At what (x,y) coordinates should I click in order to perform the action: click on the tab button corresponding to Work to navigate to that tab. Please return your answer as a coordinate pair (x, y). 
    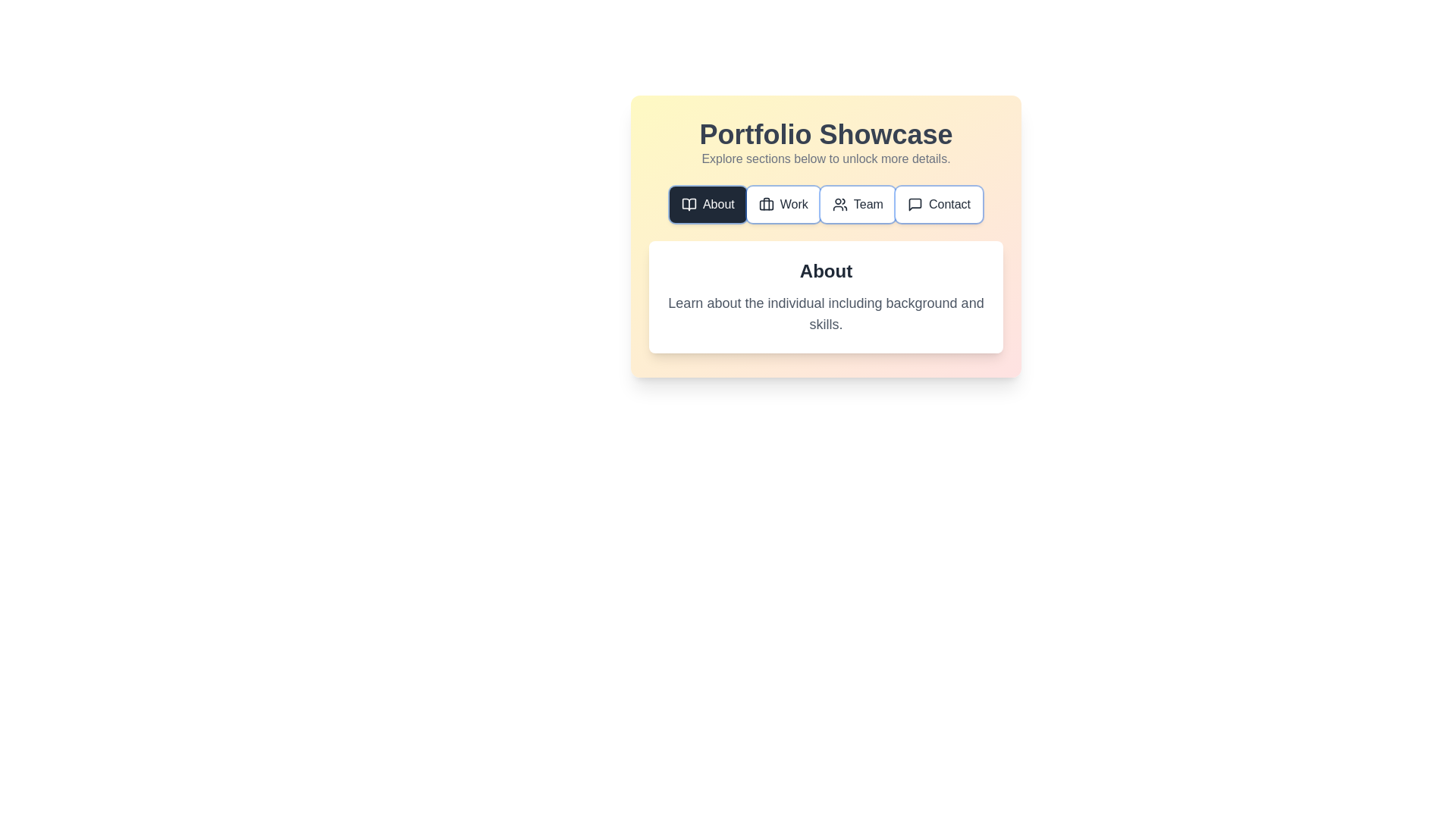
    Looking at the image, I should click on (783, 205).